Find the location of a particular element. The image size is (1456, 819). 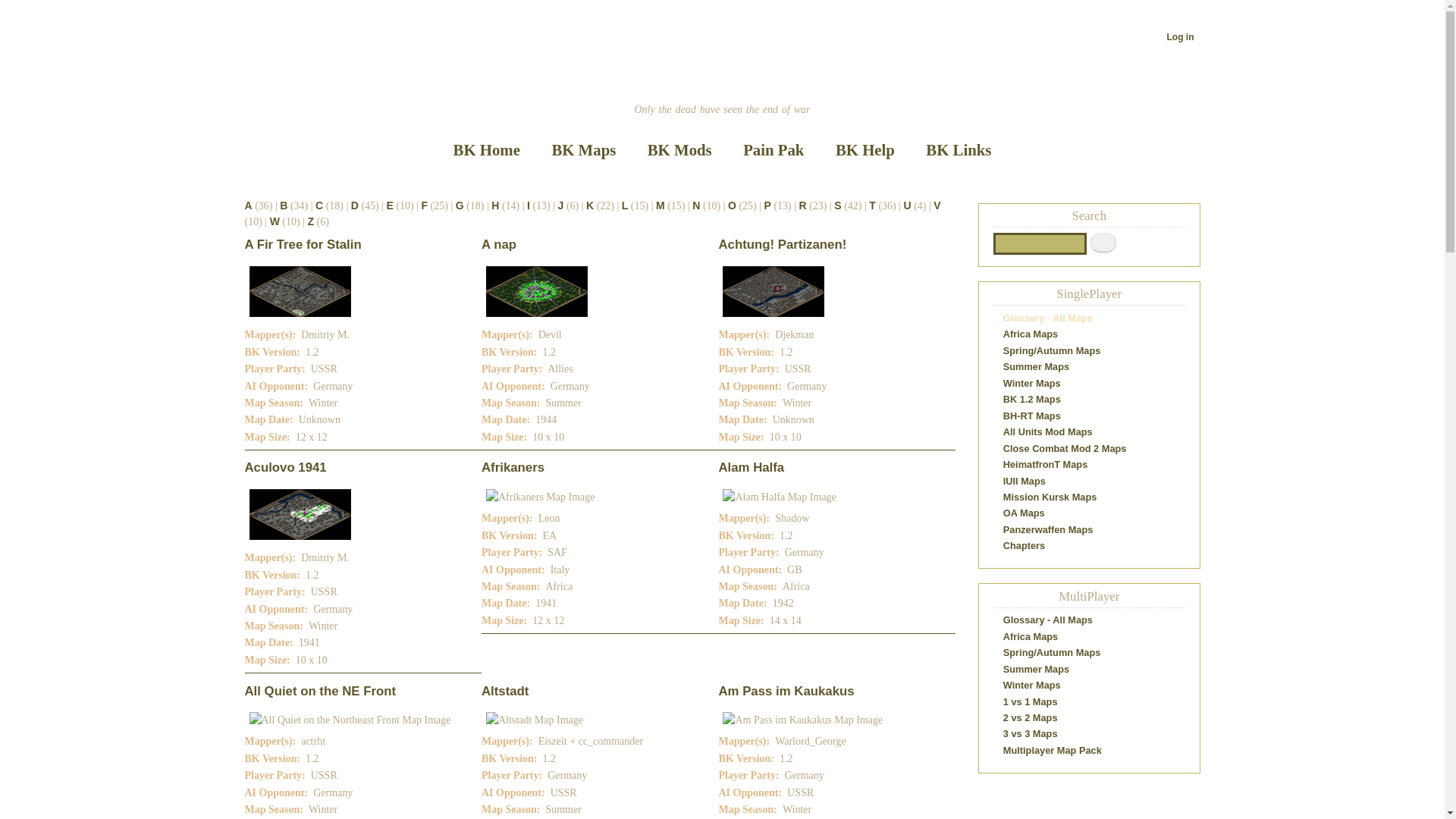

'U' is located at coordinates (907, 205).